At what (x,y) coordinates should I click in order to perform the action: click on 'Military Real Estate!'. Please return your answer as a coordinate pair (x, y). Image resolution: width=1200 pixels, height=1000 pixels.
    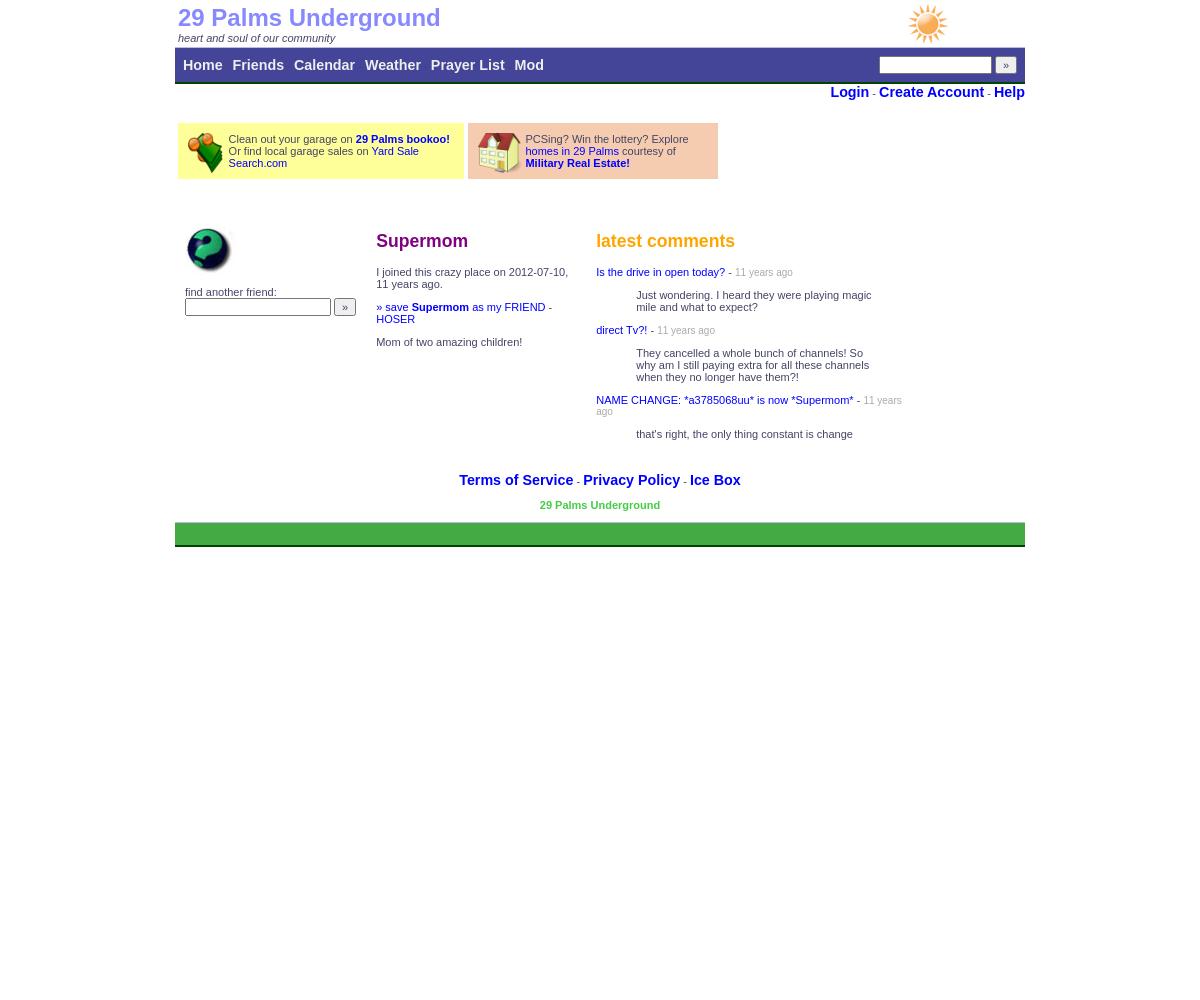
    Looking at the image, I should click on (575, 163).